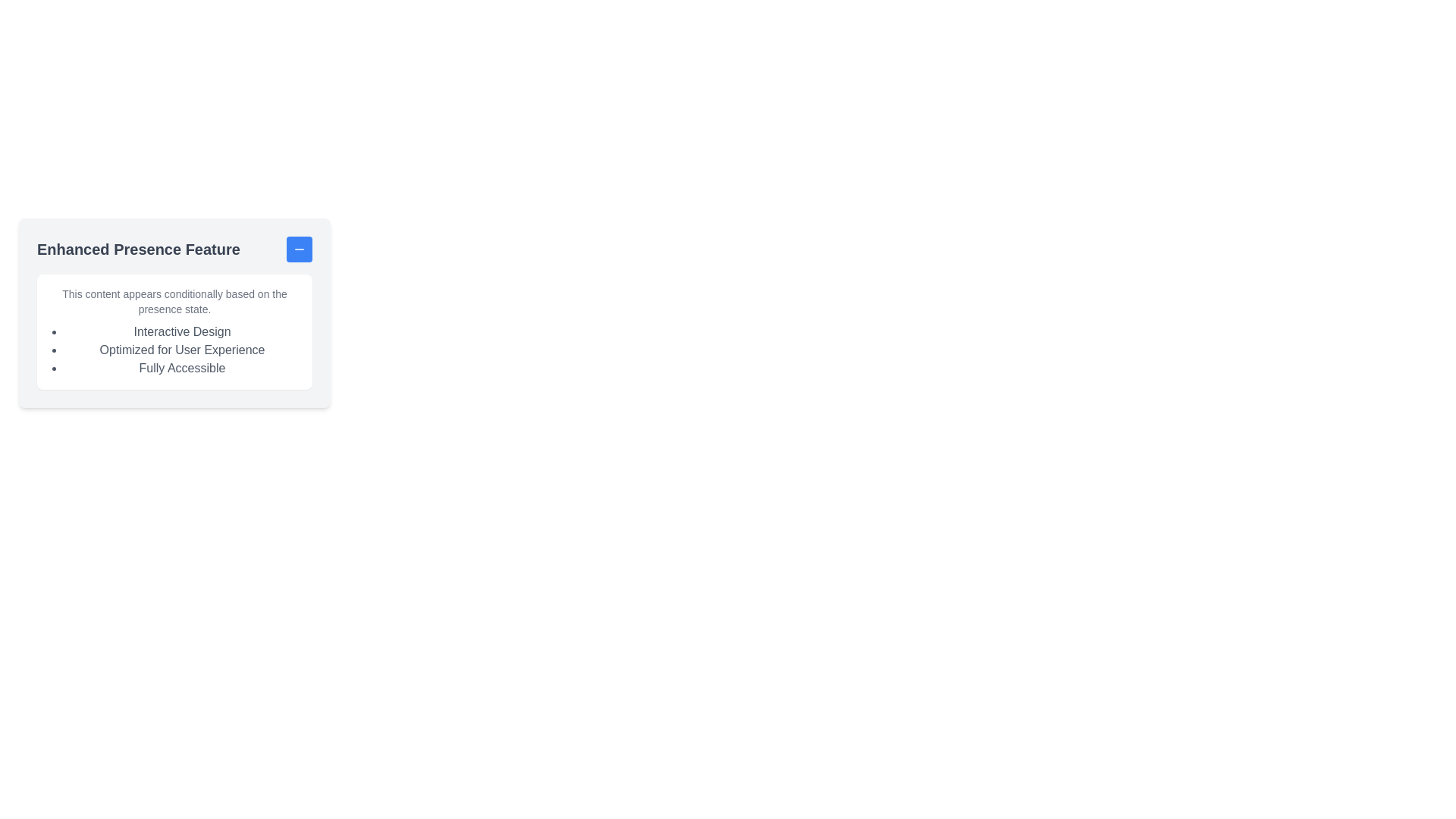  What do you see at coordinates (182, 331) in the screenshot?
I see `the text element stating 'Interactive Design', which is the first item in a bulleted list within a white box labeled 'Enhanced Presence Feature'` at bounding box center [182, 331].